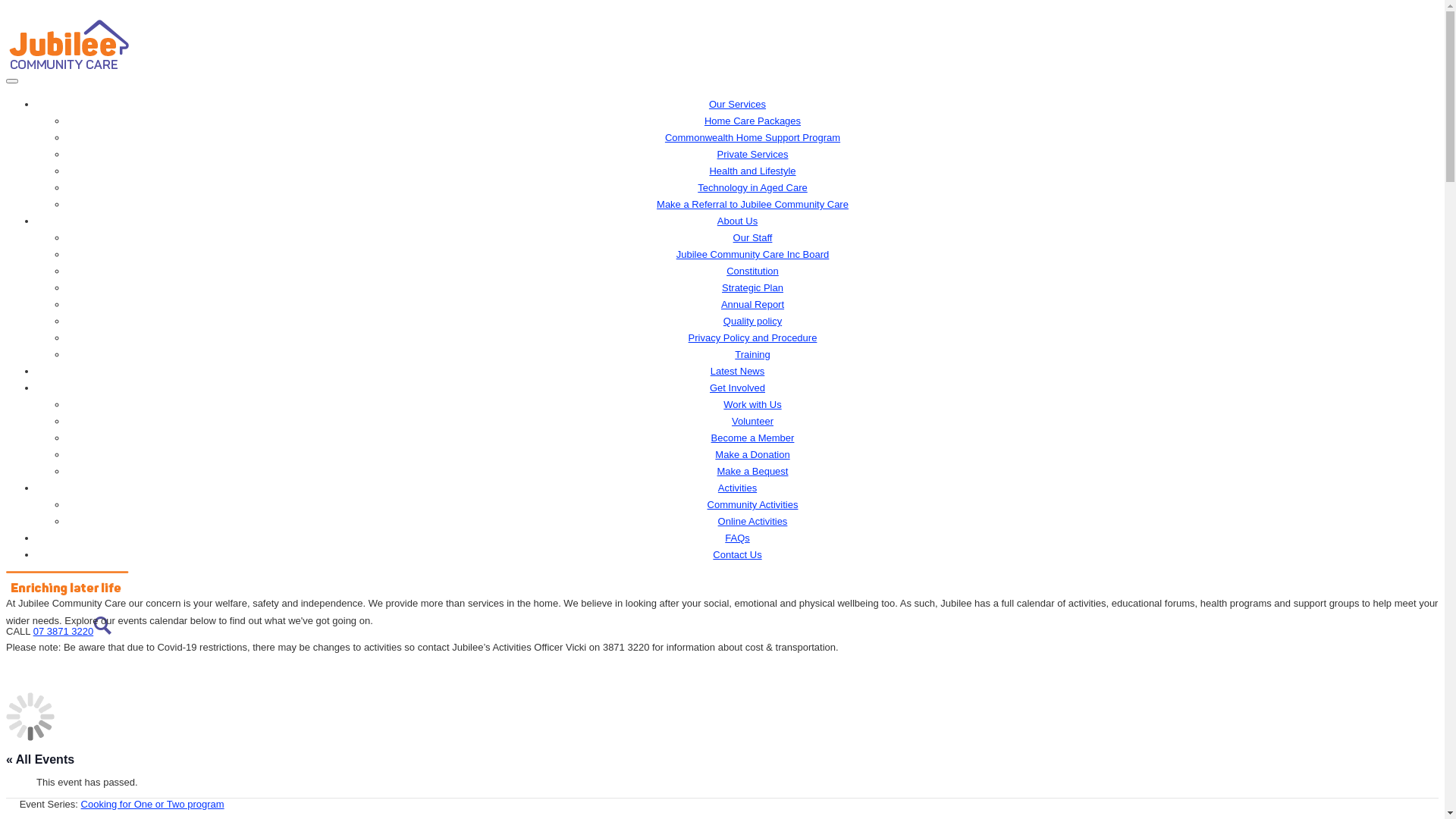 Image resolution: width=1456 pixels, height=819 pixels. I want to click on 'Health and Lifestyle', so click(752, 171).